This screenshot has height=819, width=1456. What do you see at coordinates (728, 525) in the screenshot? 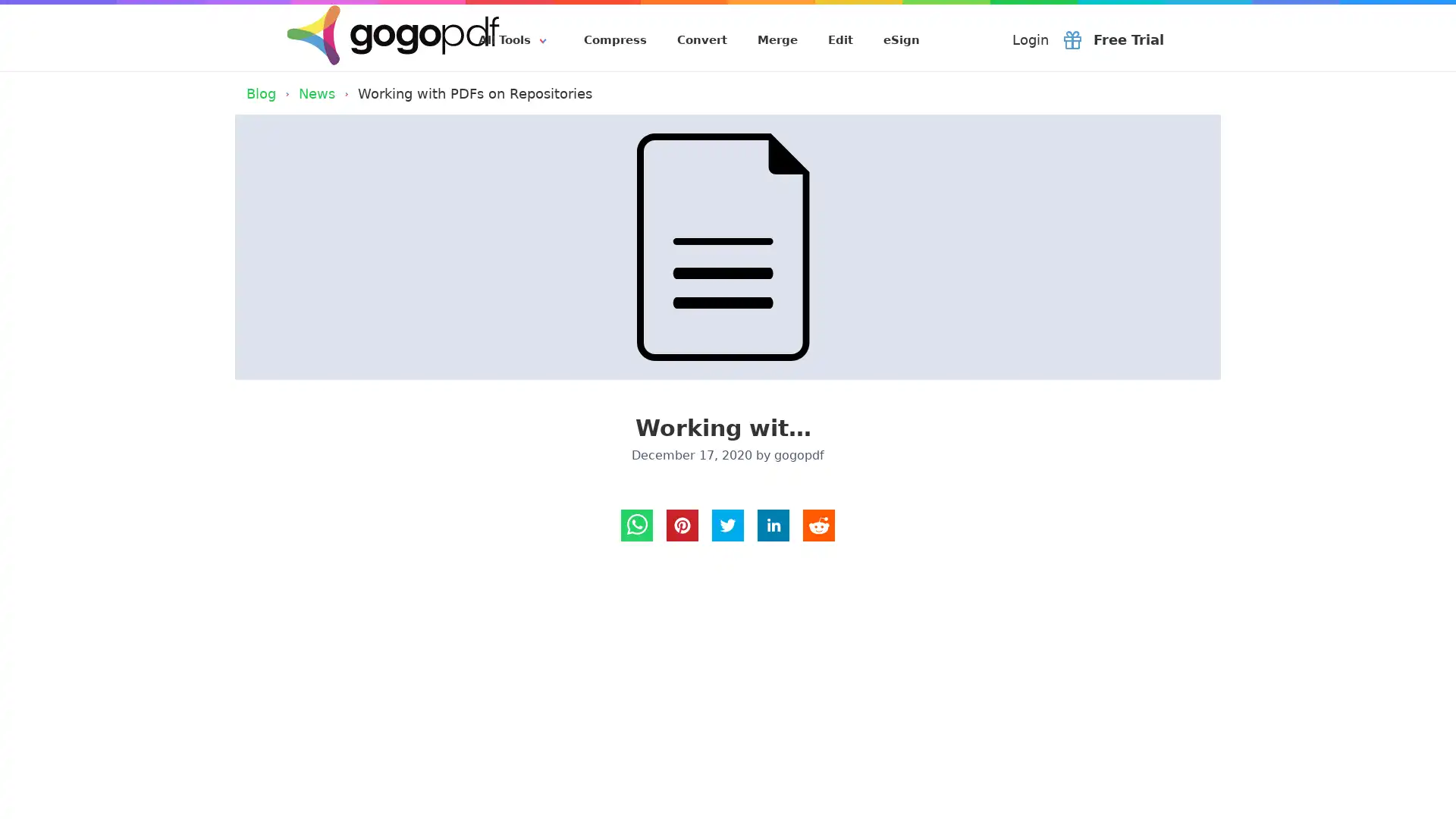
I see `Twitter` at bounding box center [728, 525].